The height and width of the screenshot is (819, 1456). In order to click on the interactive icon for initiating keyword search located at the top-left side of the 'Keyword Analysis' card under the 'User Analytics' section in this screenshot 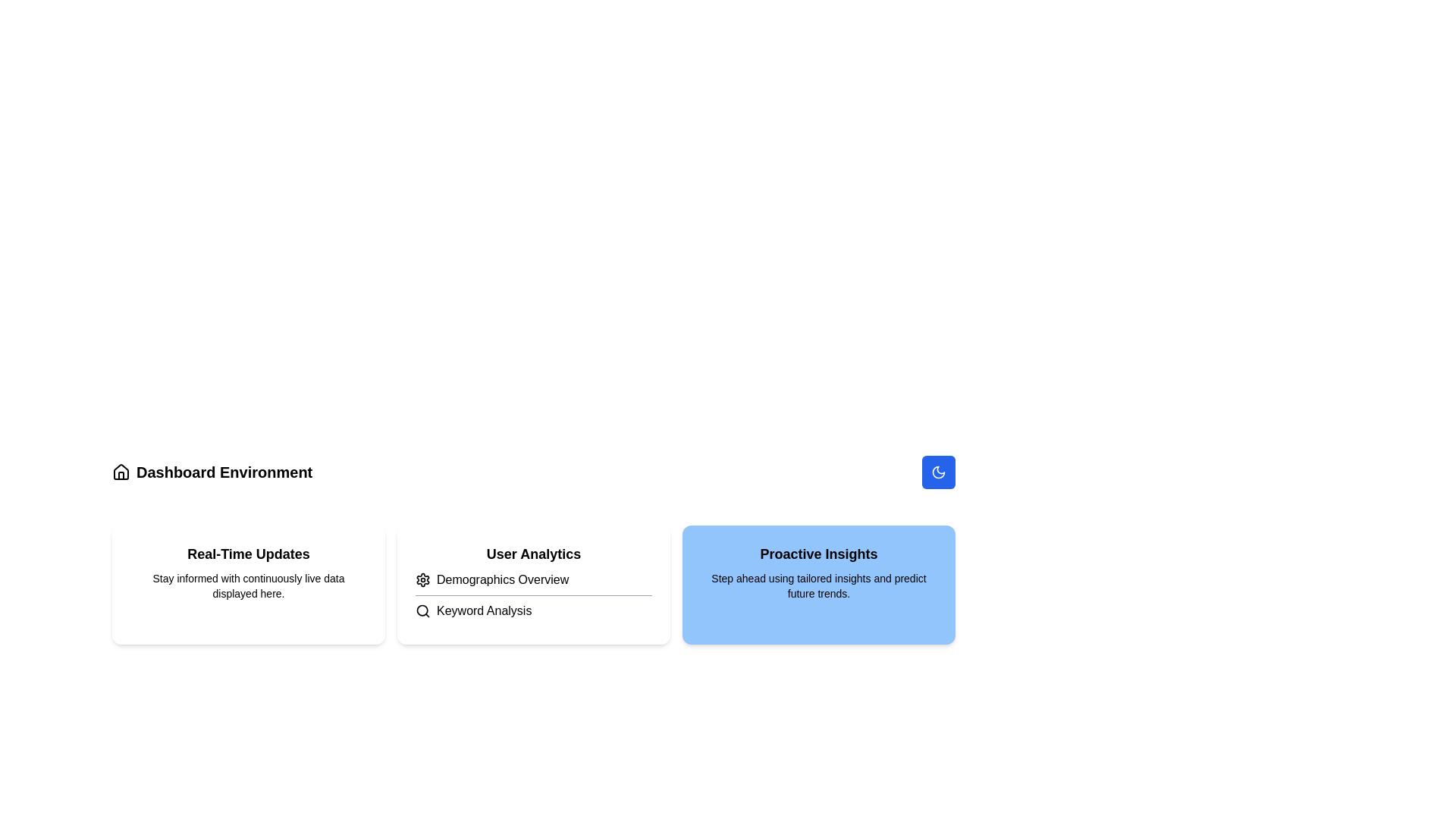, I will do `click(422, 610)`.